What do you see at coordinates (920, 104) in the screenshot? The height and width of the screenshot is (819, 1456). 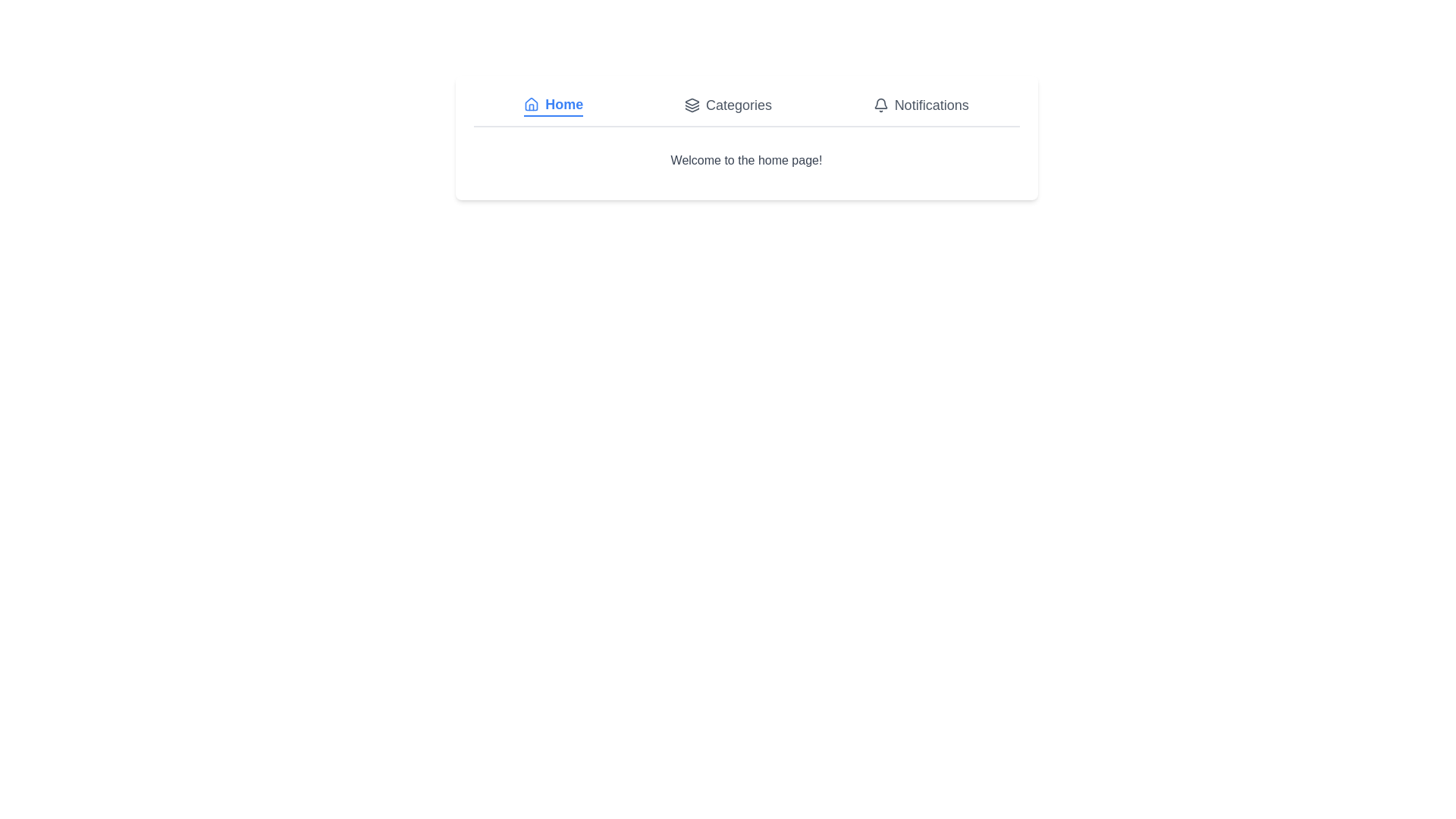 I see `the tab labeled Notifications` at bounding box center [920, 104].